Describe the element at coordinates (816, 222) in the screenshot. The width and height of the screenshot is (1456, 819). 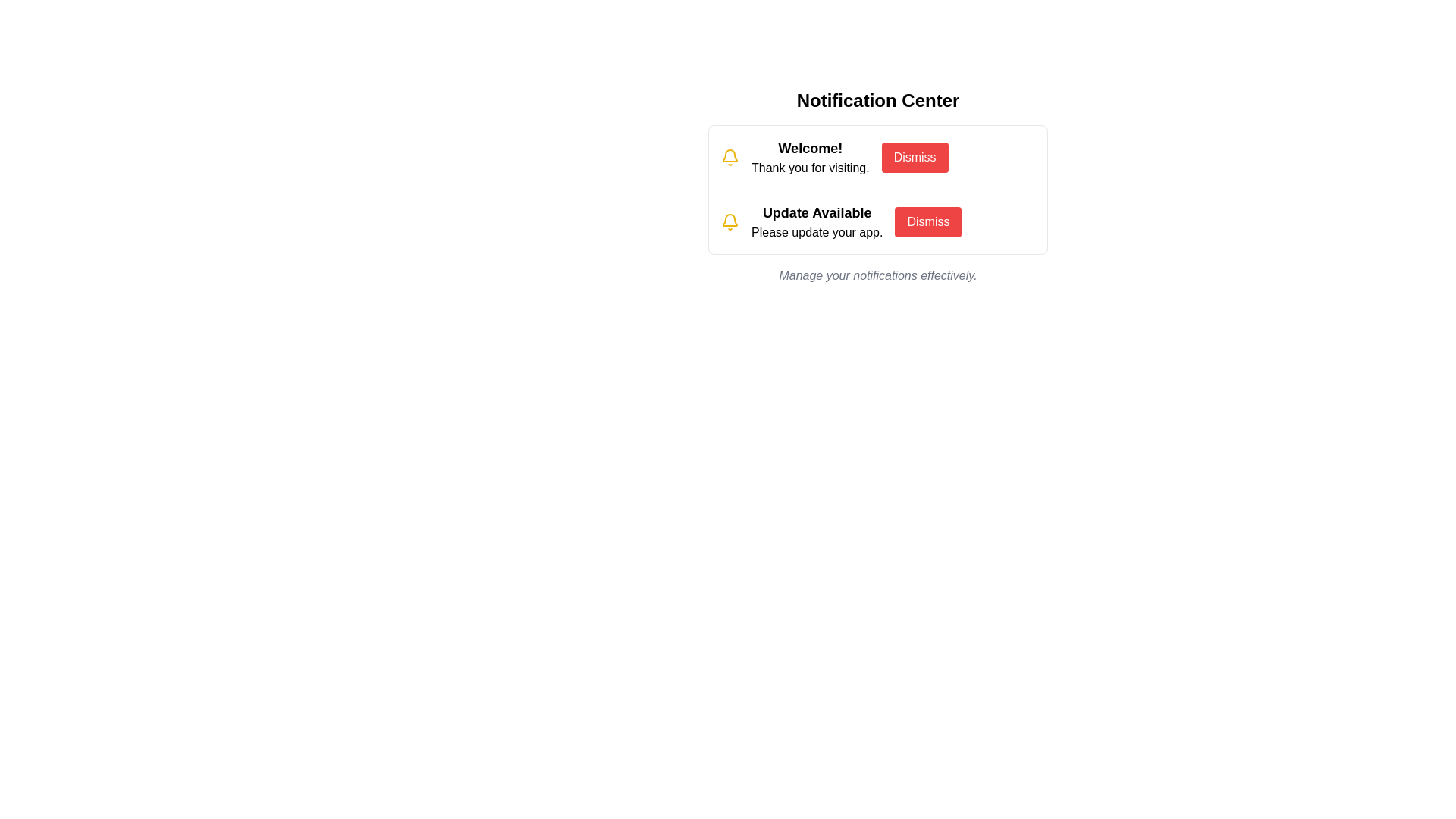
I see `the second notification message in the vertical list that informs the user about the availability of an update, located between an icon on the left and a 'Dismiss' button on the right` at that location.